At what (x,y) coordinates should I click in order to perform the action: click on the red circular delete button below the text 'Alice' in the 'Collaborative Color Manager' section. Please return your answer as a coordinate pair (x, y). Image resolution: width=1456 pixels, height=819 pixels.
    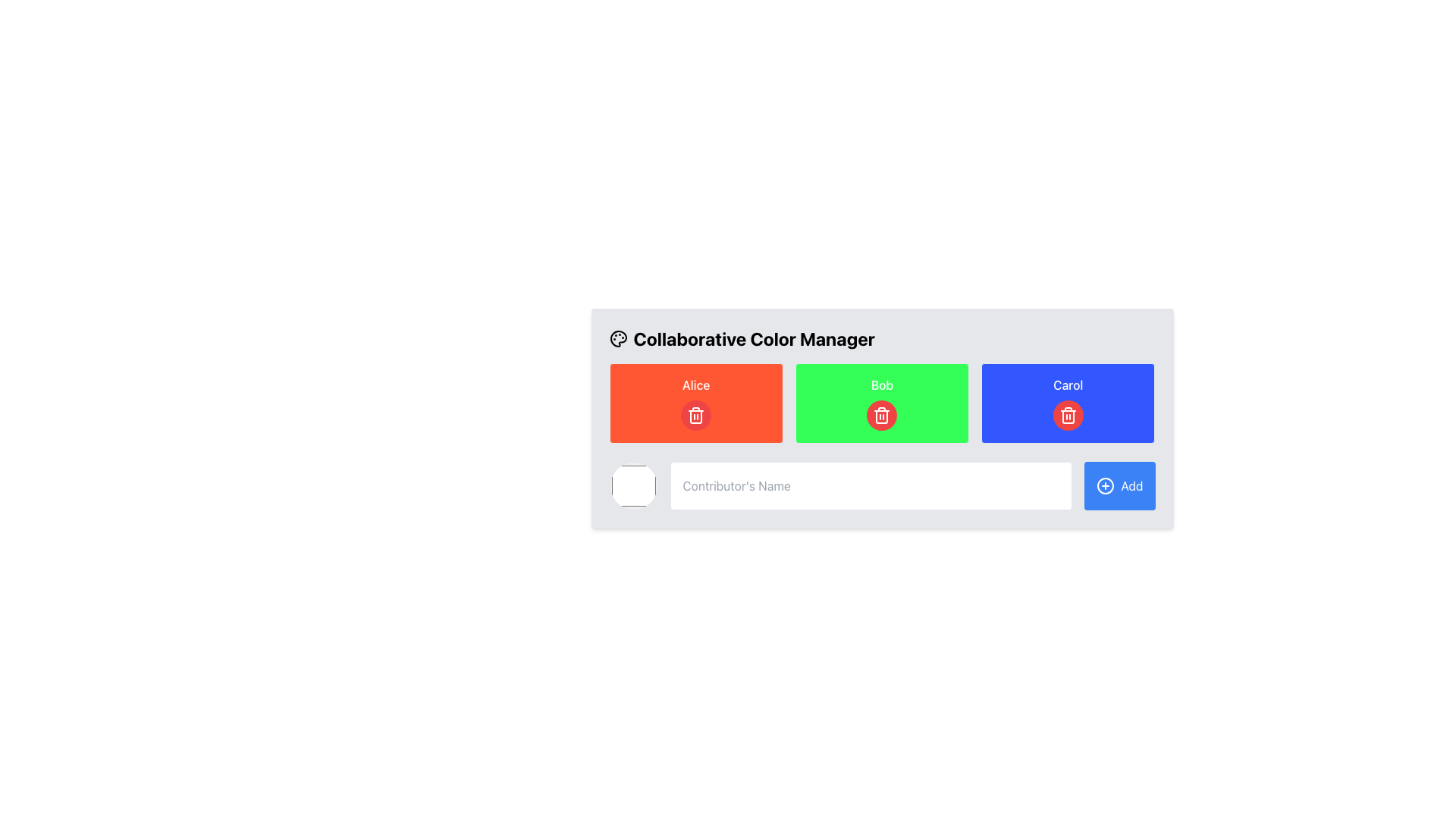
    Looking at the image, I should click on (695, 415).